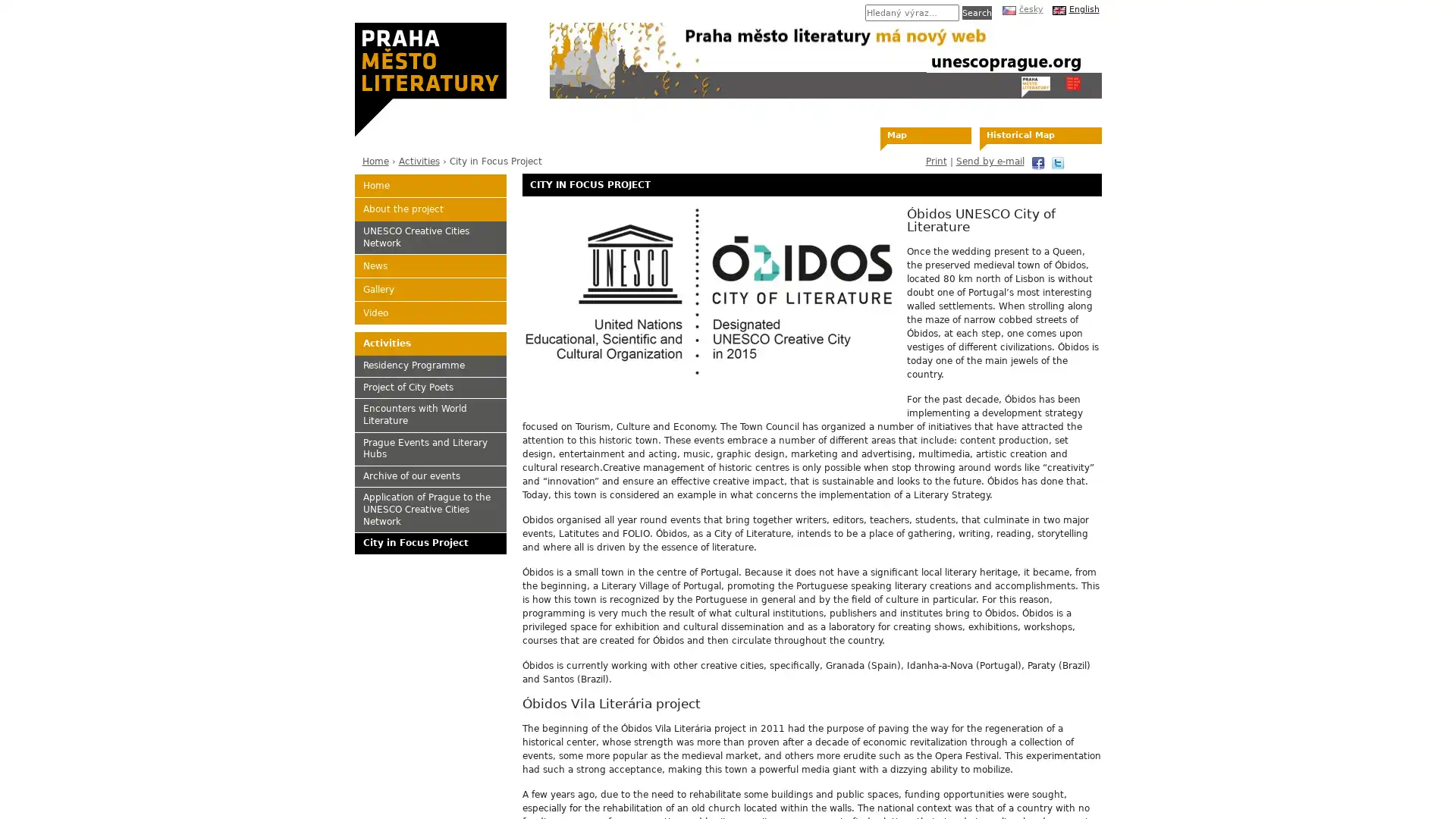  I want to click on Search, so click(976, 12).